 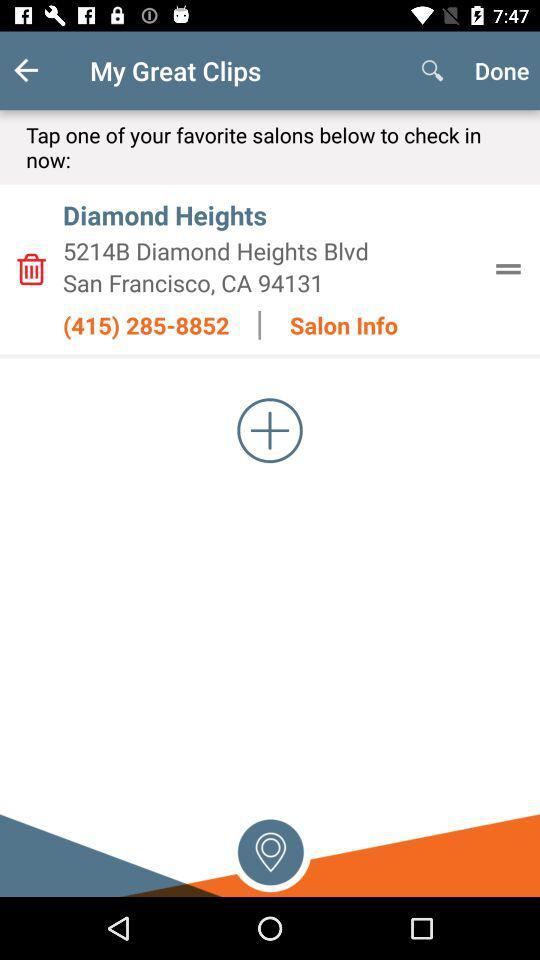 I want to click on the item next to my great clips app, so click(x=431, y=70).